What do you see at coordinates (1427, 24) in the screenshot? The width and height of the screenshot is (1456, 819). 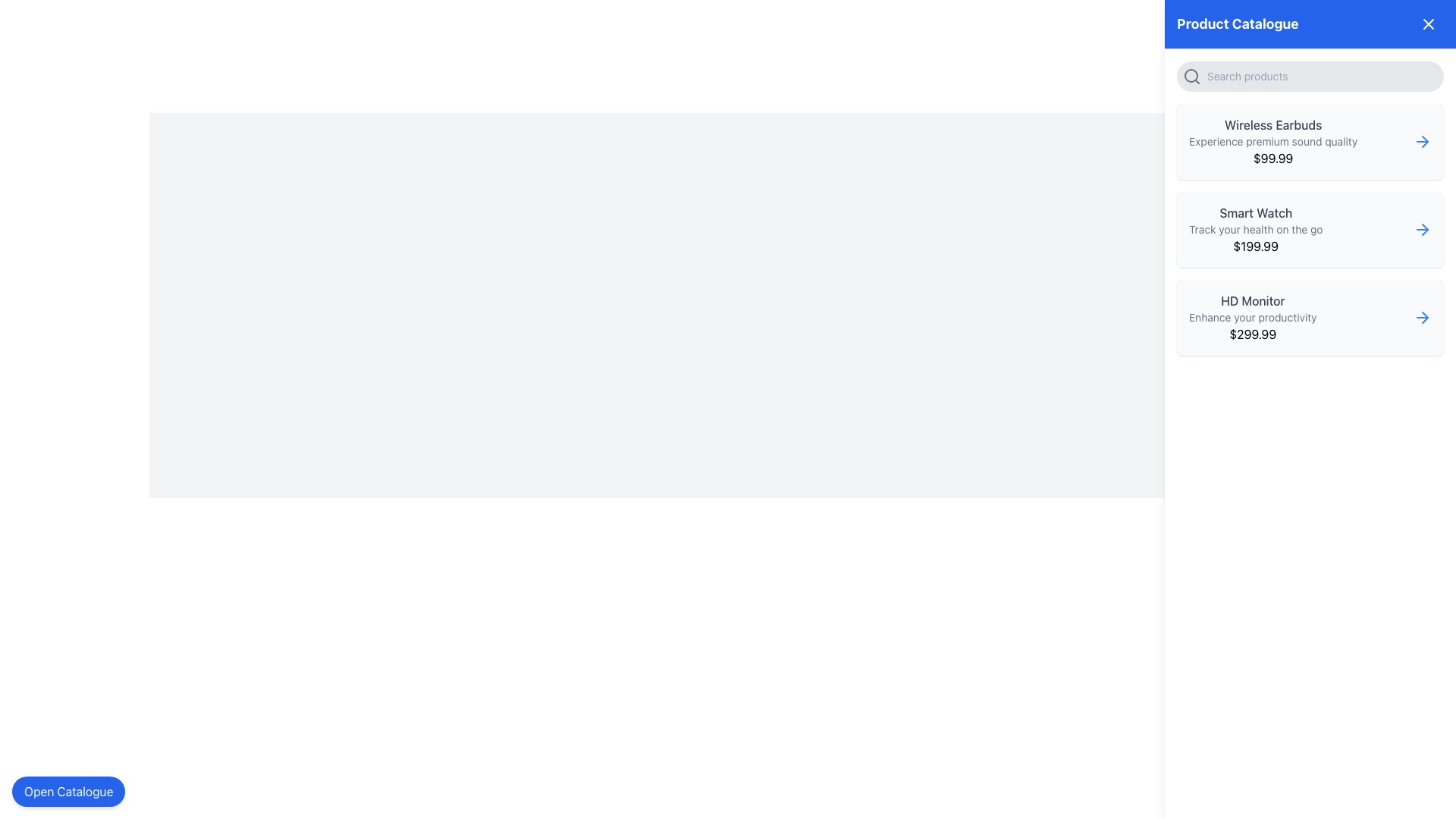 I see `the small button with an 'X' icon on a blue background located in the top-right corner of the 'Product Catalogue' section header` at bounding box center [1427, 24].